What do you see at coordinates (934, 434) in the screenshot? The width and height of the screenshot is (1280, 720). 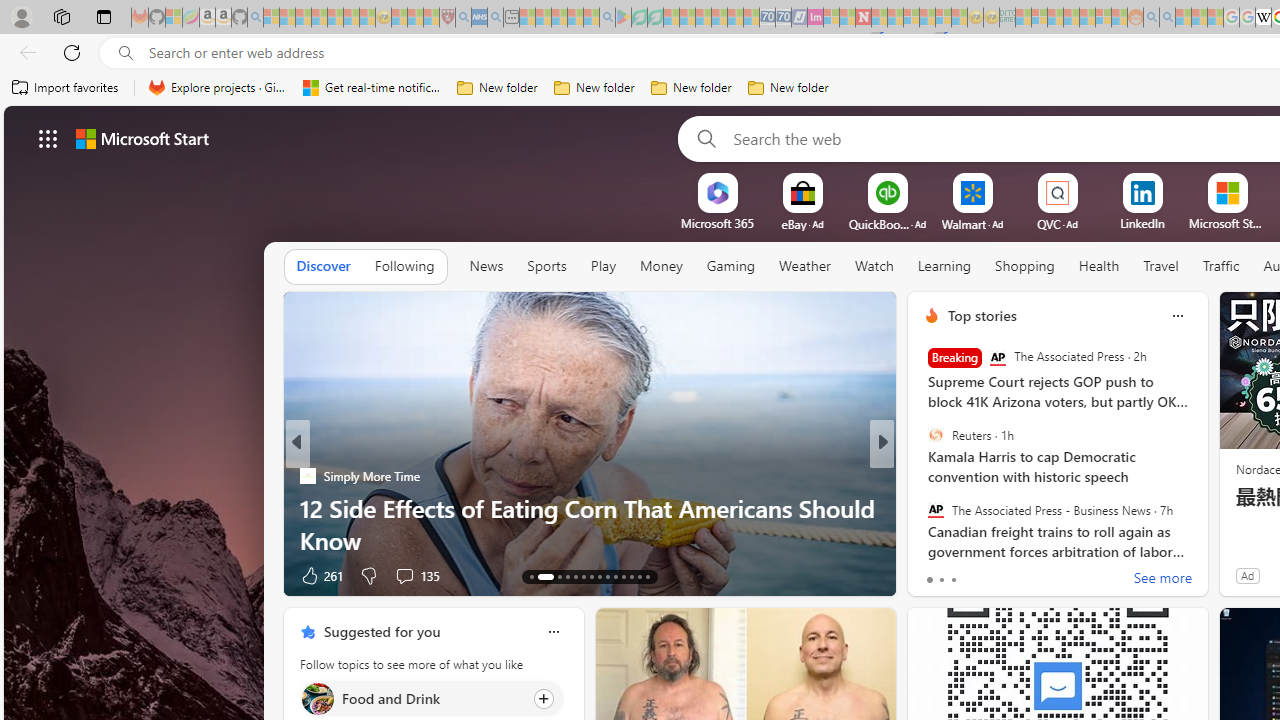 I see `'Reuters'` at bounding box center [934, 434].